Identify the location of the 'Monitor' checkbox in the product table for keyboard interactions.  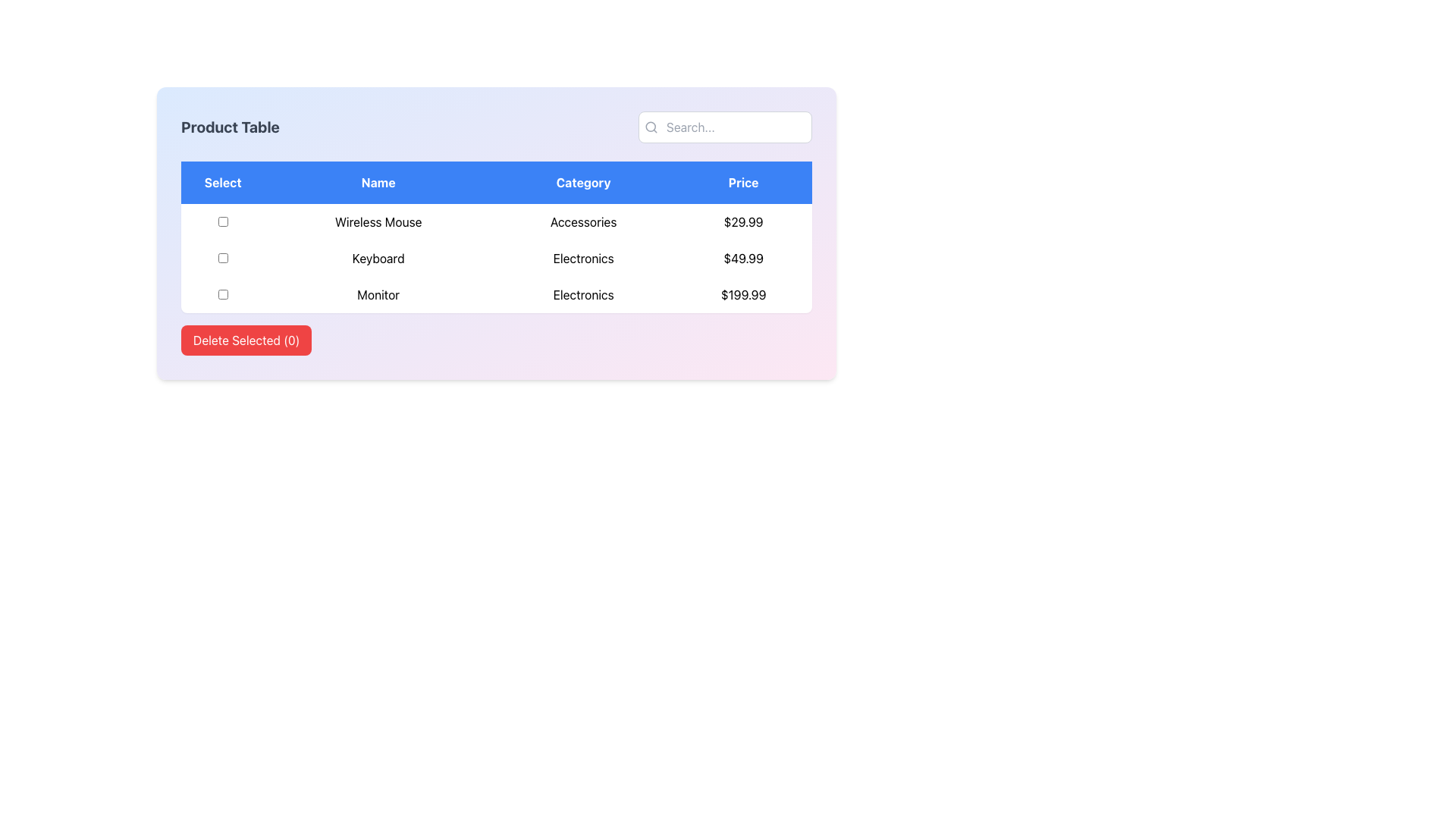
(222, 295).